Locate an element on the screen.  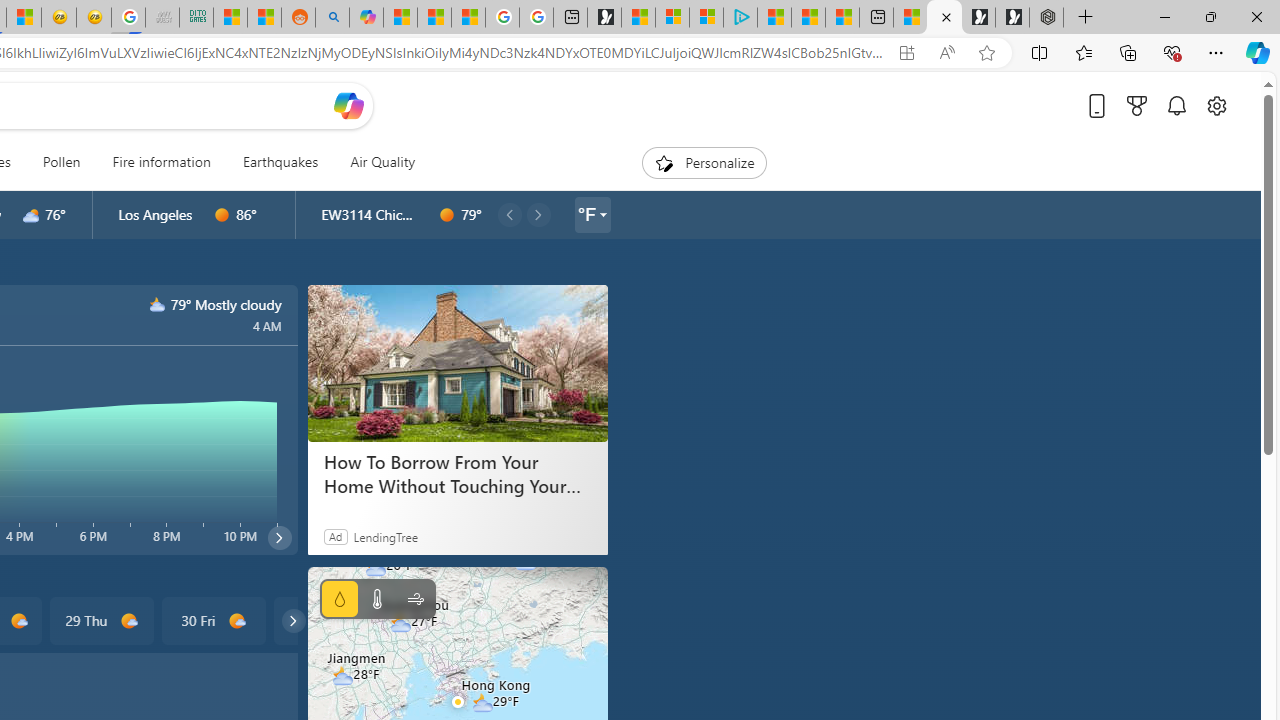
'Earthquakes' is located at coordinates (279, 162).